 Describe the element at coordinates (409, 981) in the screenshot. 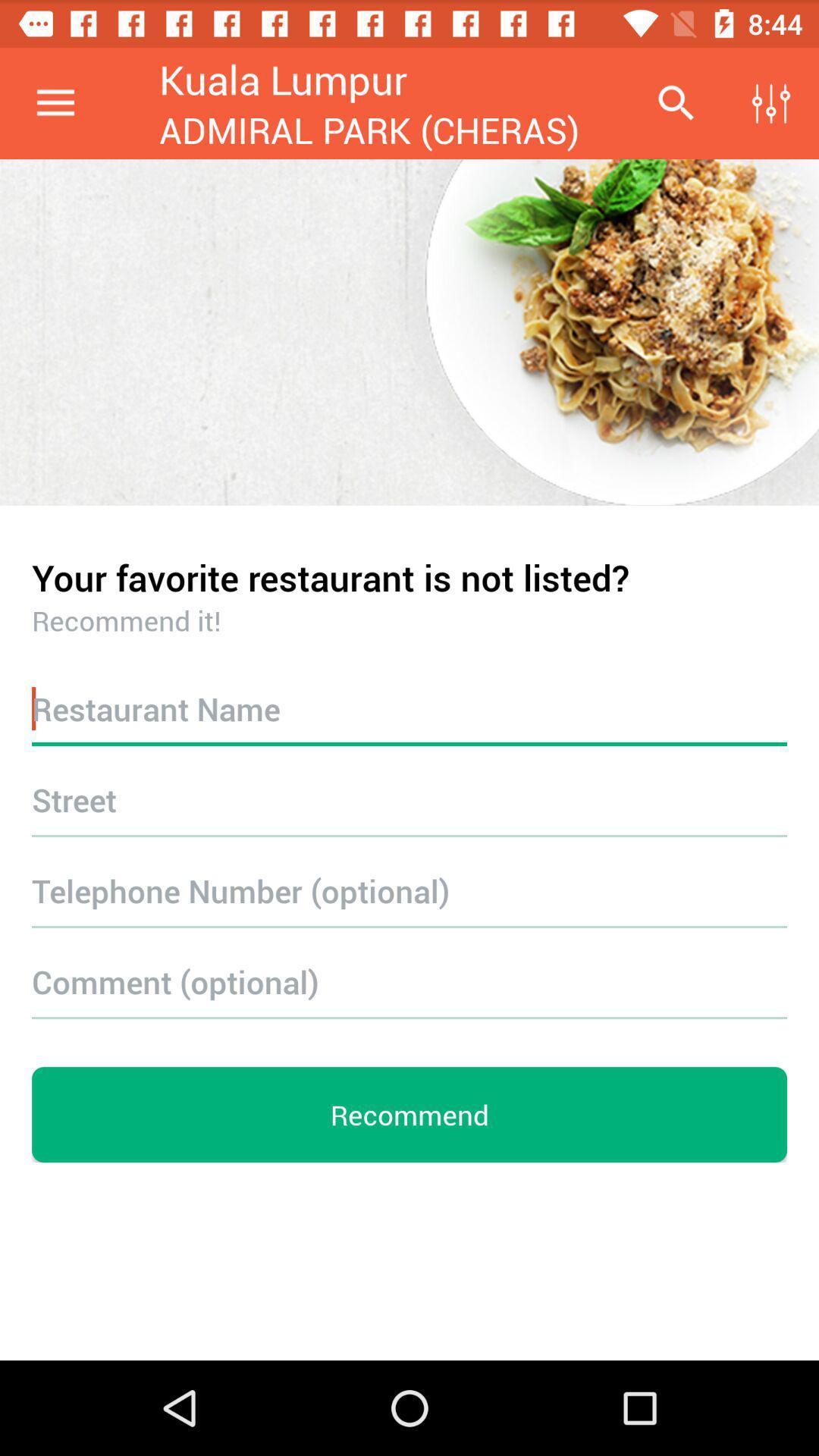

I see `type a comment` at that location.